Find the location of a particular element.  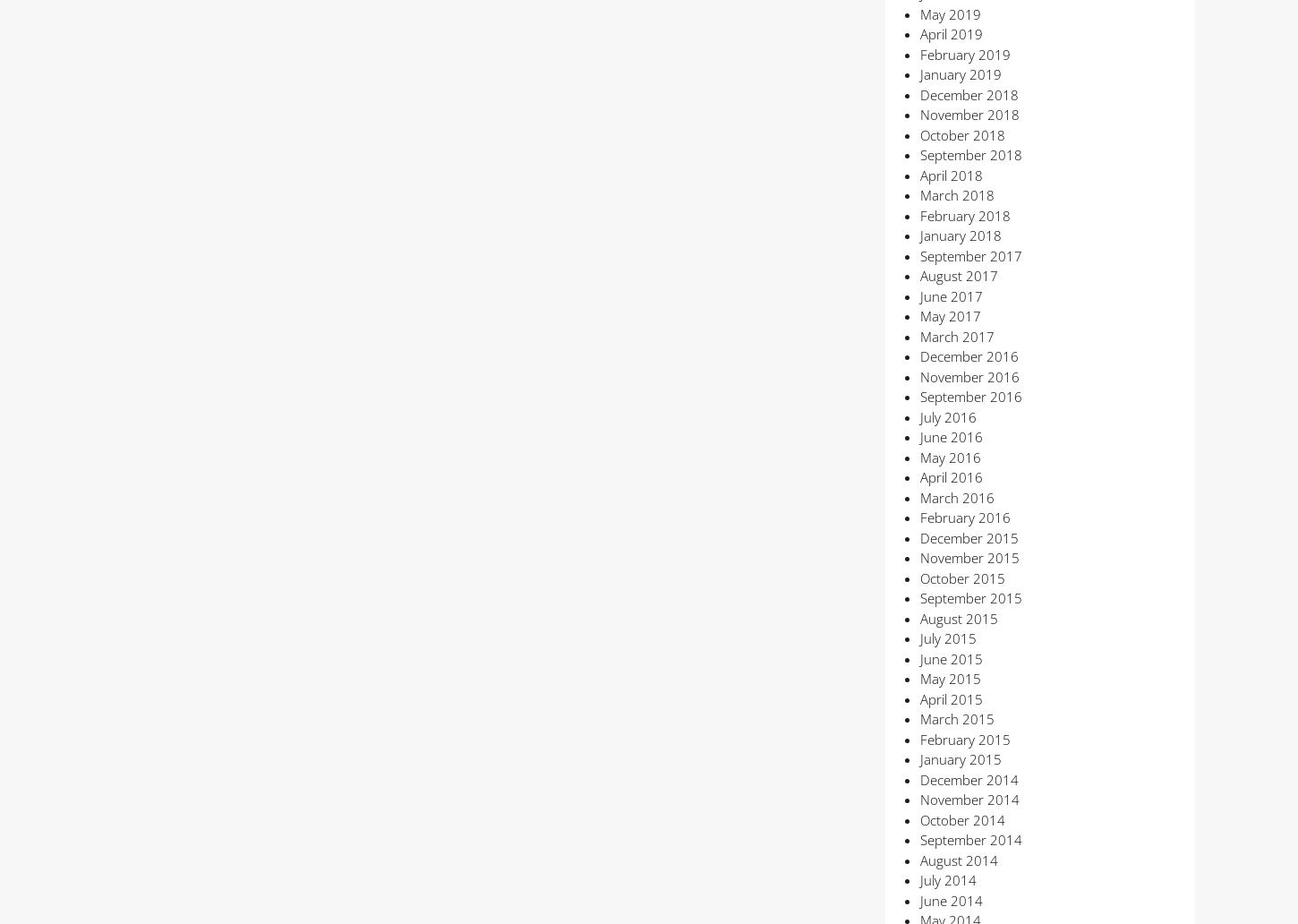

'January 2019' is located at coordinates (960, 73).